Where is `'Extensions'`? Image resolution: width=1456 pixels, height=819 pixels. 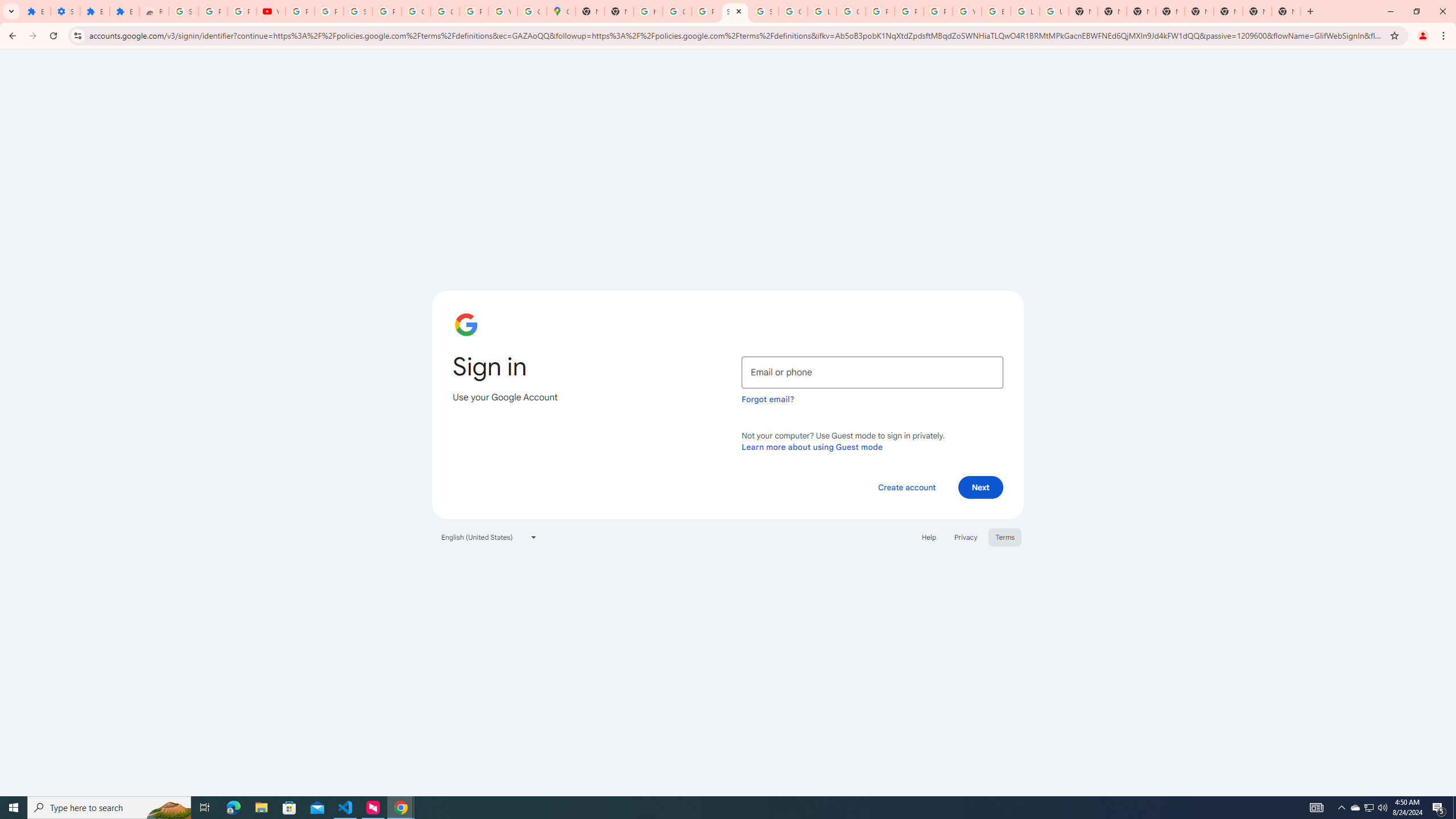
'Extensions' is located at coordinates (95, 11).